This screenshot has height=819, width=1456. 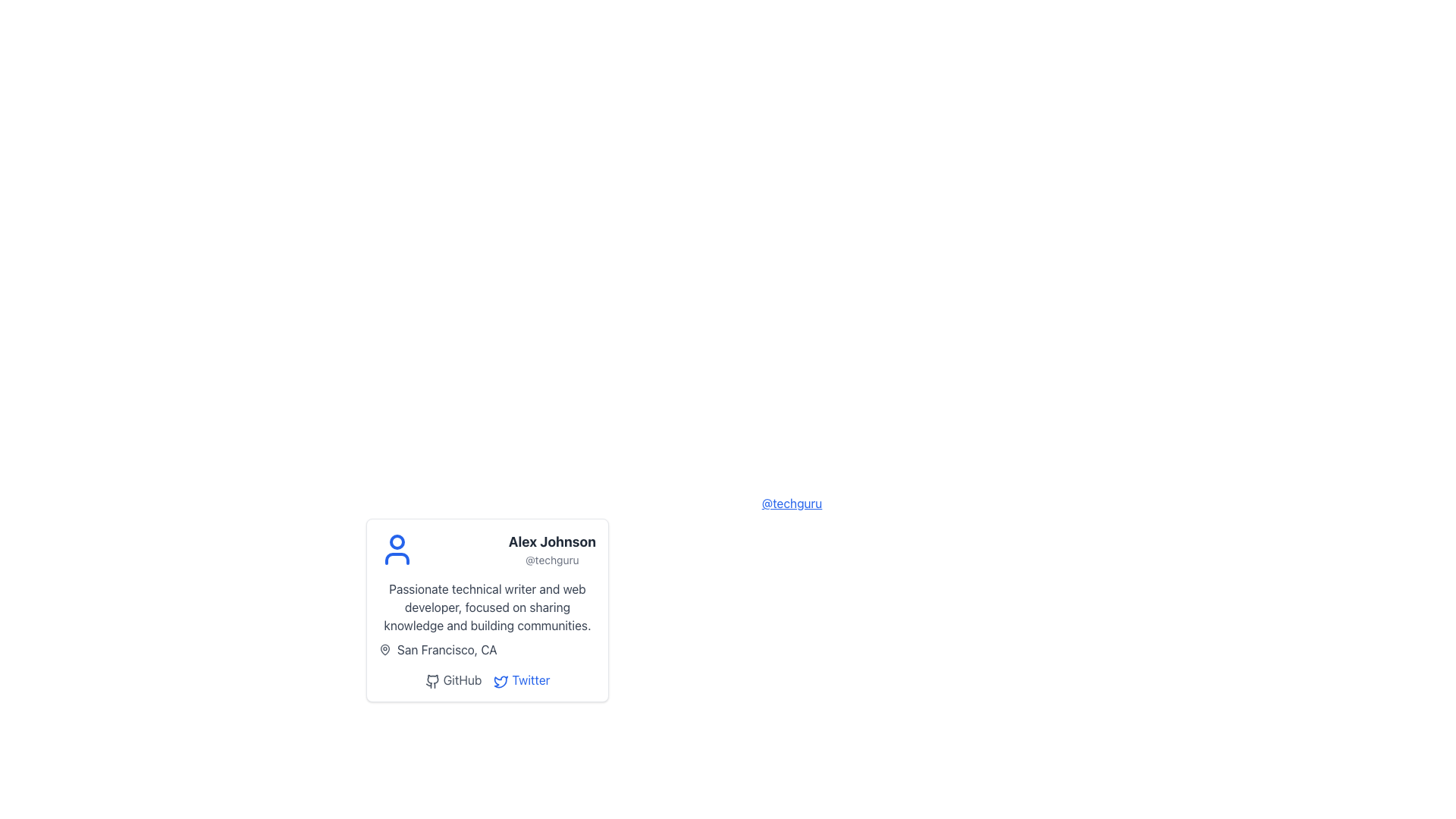 What do you see at coordinates (397, 541) in the screenshot?
I see `the circular element representing the user's avatar in the abstract user icon, which has a blue outline and is located near the top-left of the profile card` at bounding box center [397, 541].